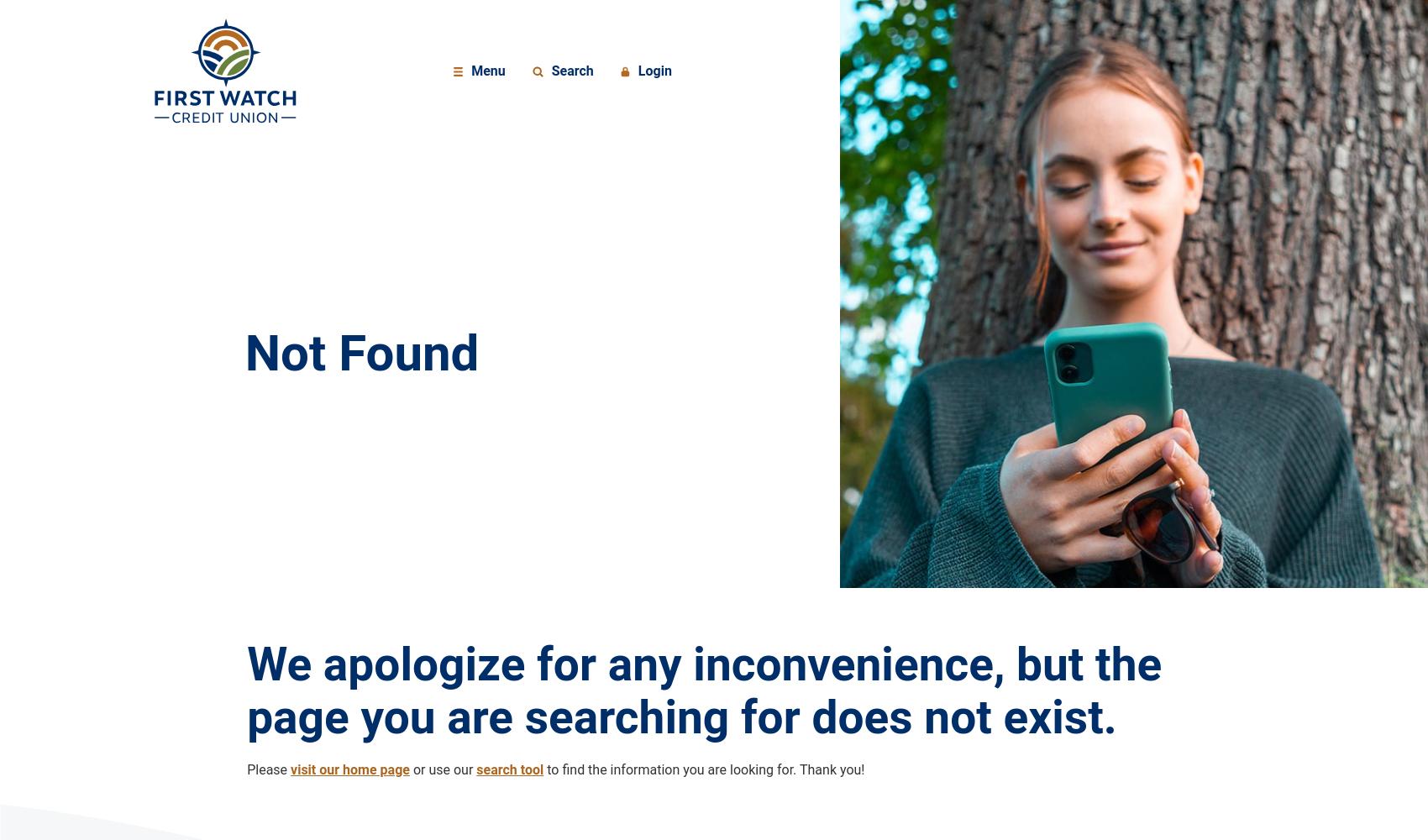 The image size is (1428, 840). I want to click on 'Login', so click(653, 70).